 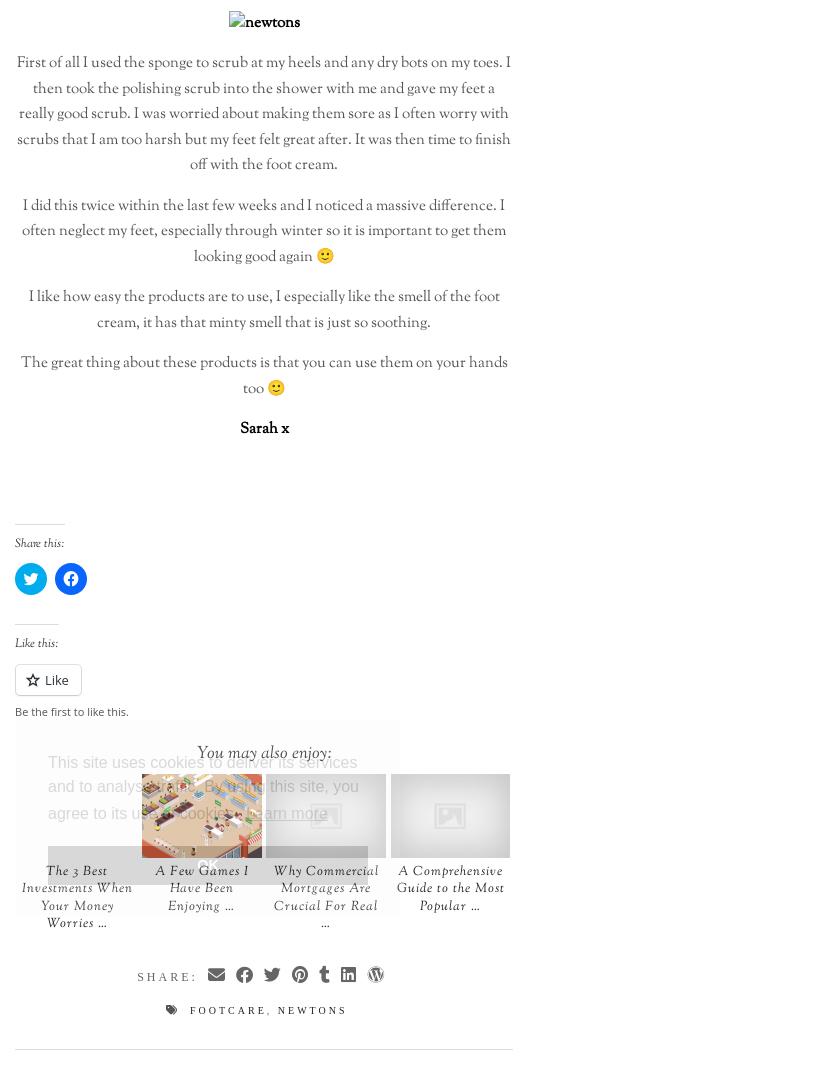 What do you see at coordinates (196, 751) in the screenshot?
I see `'You may also enjoy:'` at bounding box center [196, 751].